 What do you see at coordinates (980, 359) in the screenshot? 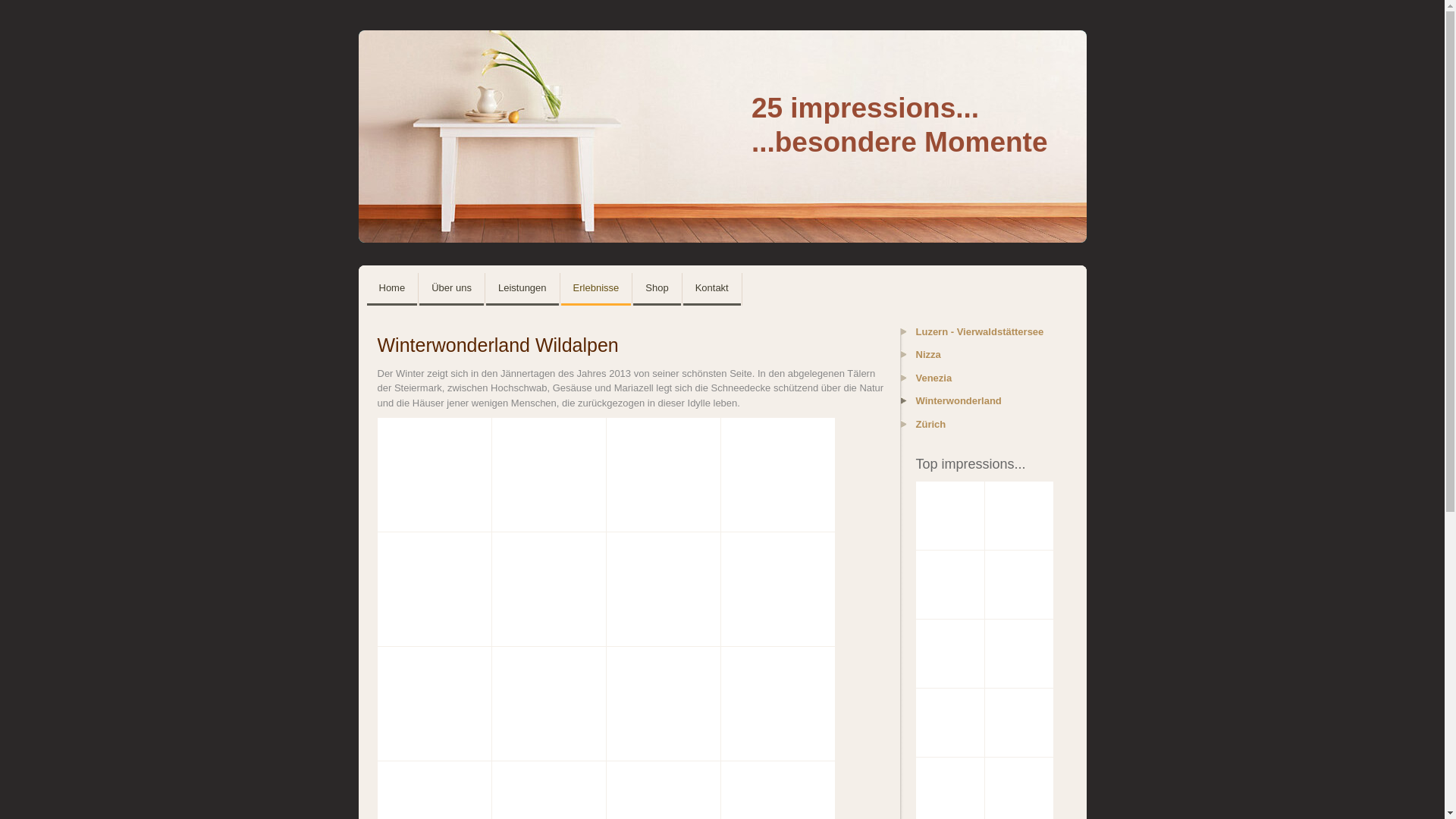
I see `'Nizza'` at bounding box center [980, 359].